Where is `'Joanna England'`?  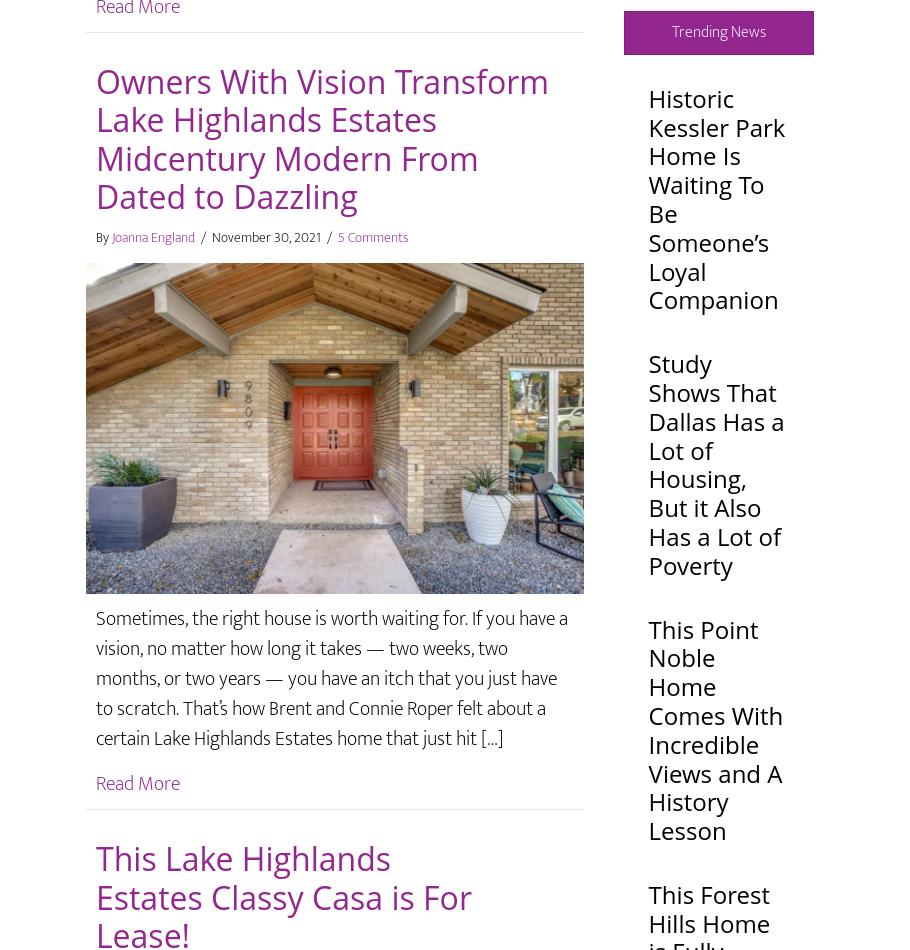 'Joanna England' is located at coordinates (152, 236).